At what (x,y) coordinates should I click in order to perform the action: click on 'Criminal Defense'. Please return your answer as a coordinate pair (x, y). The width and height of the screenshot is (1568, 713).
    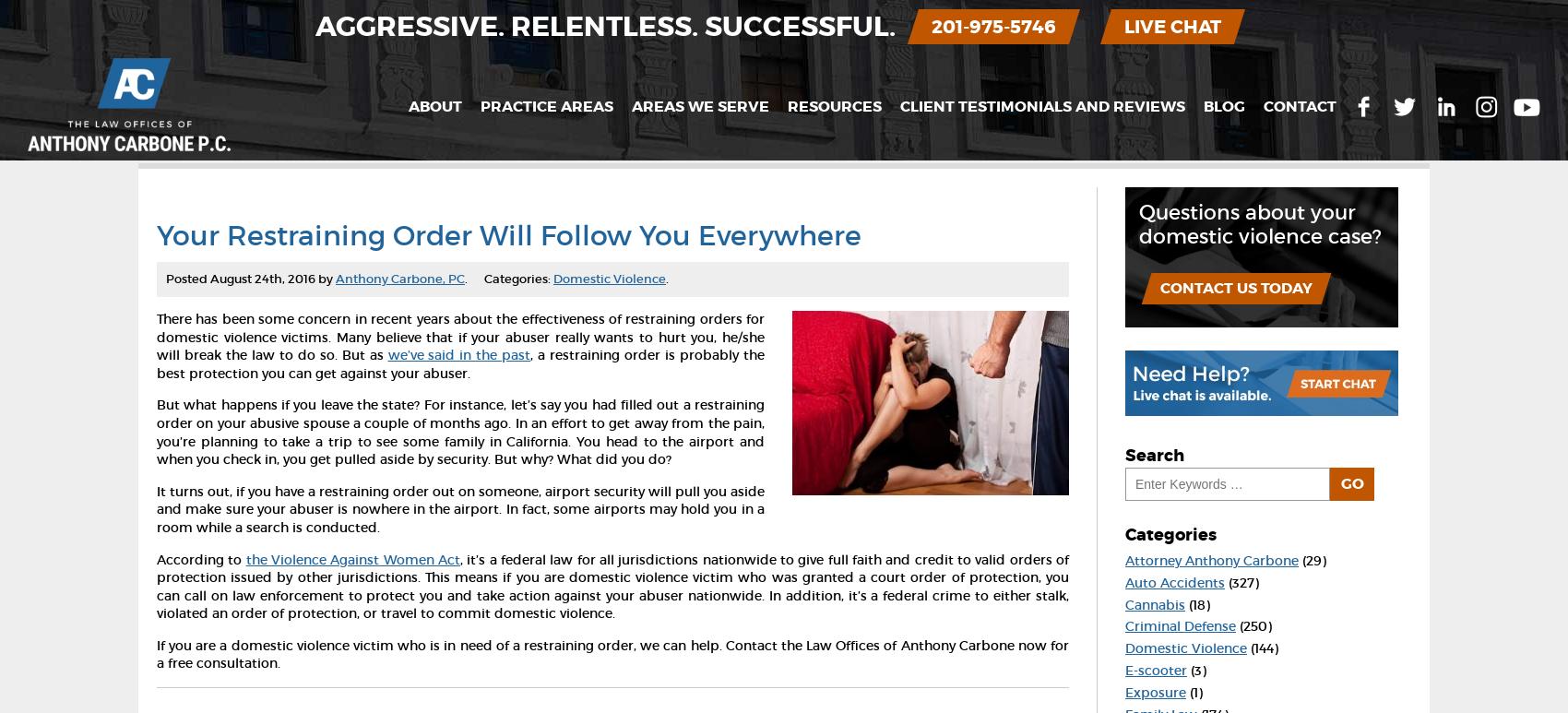
    Looking at the image, I should click on (1180, 625).